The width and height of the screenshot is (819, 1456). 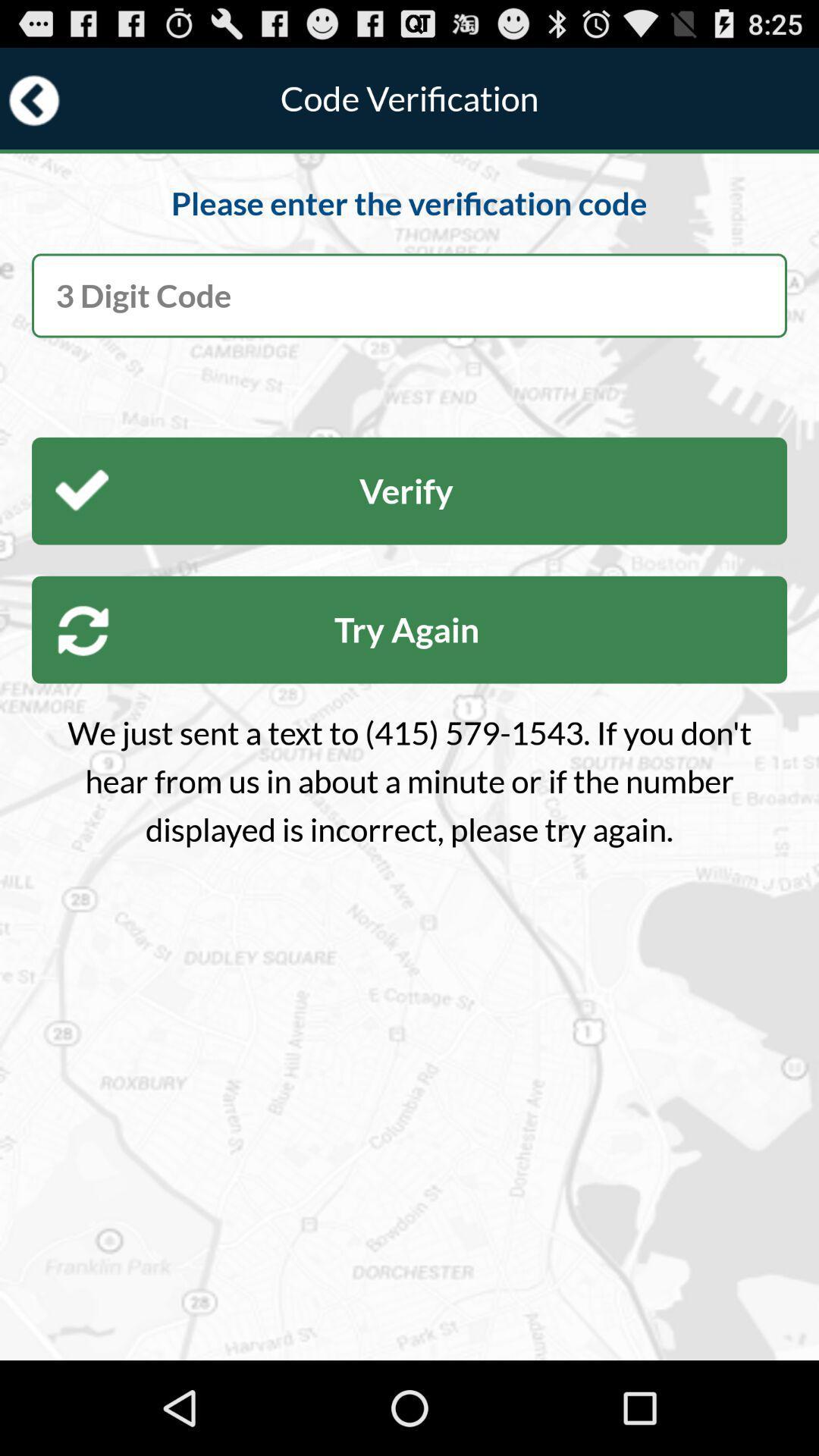 What do you see at coordinates (34, 107) in the screenshot?
I see `the arrow_backward icon` at bounding box center [34, 107].